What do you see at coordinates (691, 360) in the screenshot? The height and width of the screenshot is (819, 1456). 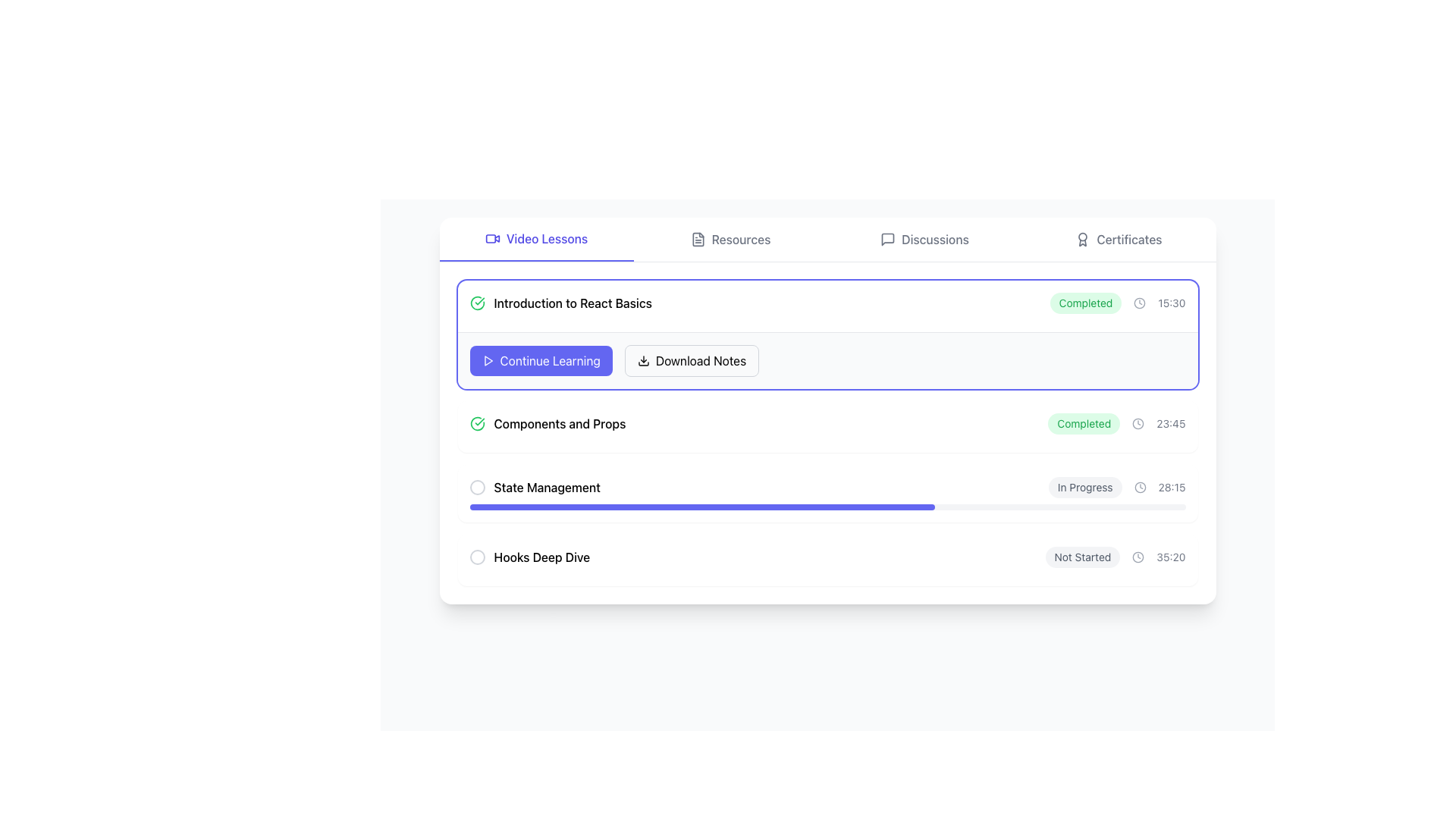 I see `the 'Download Notes' button, which is a rectangular button with a black label on a white background, located to the right of the 'Continue Learning' button, to download the related notes` at bounding box center [691, 360].